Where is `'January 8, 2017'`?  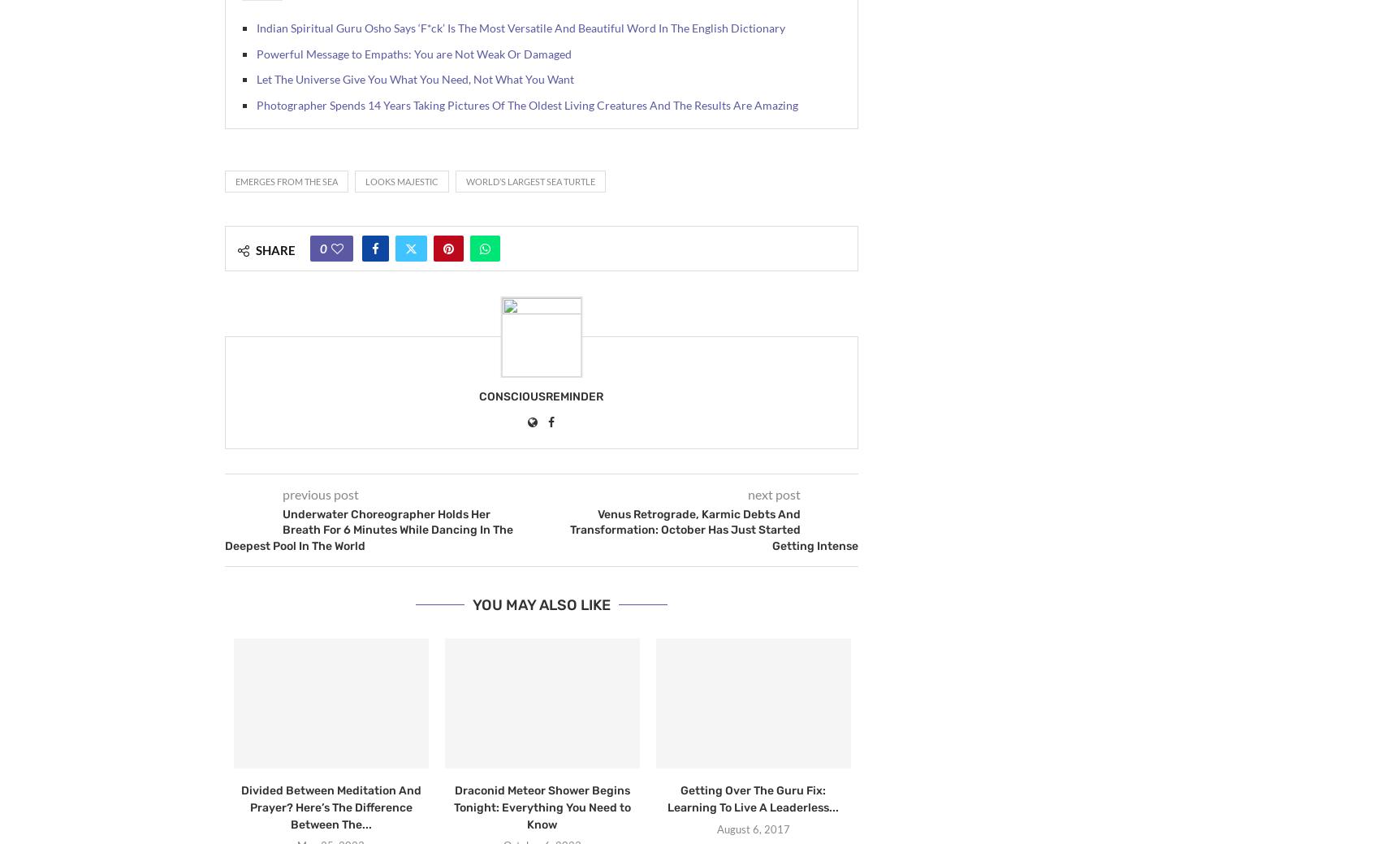 'January 8, 2017' is located at coordinates (80, 828).